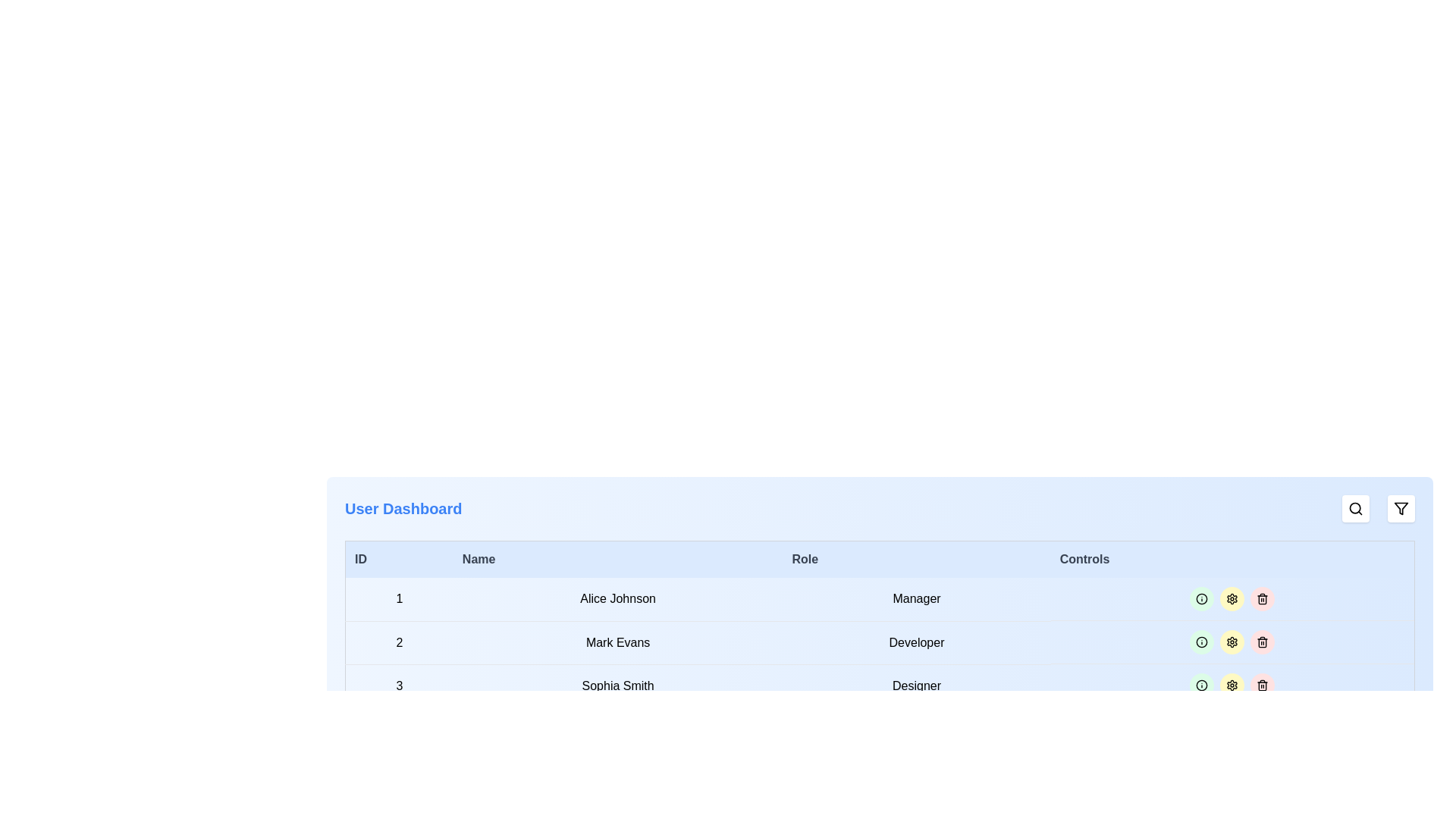 This screenshot has width=1456, height=819. I want to click on the circular informational button with a green background and an outlined 'i' symbol, so click(1201, 642).